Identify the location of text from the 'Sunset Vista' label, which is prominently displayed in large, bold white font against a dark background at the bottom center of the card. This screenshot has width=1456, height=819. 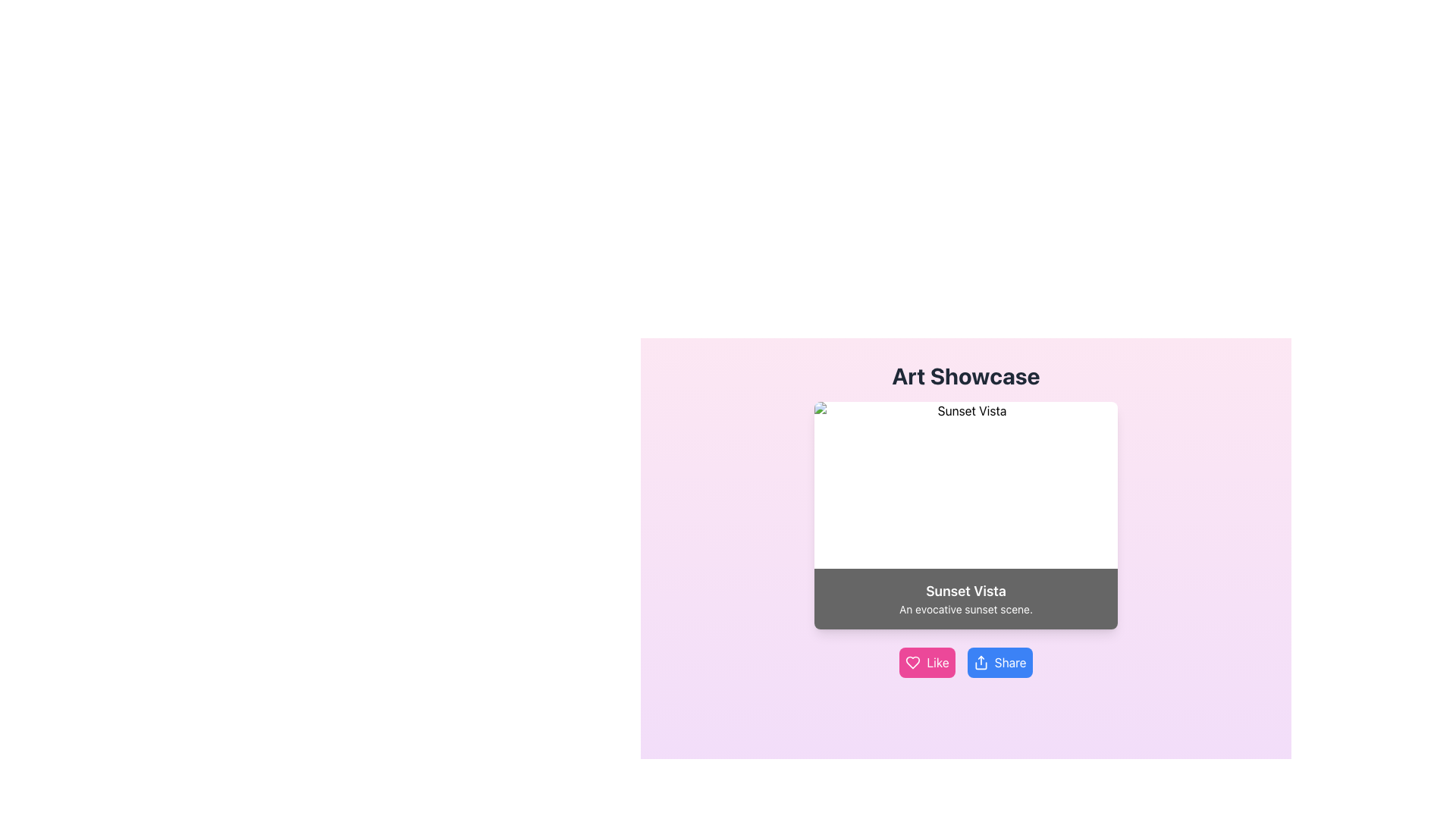
(965, 590).